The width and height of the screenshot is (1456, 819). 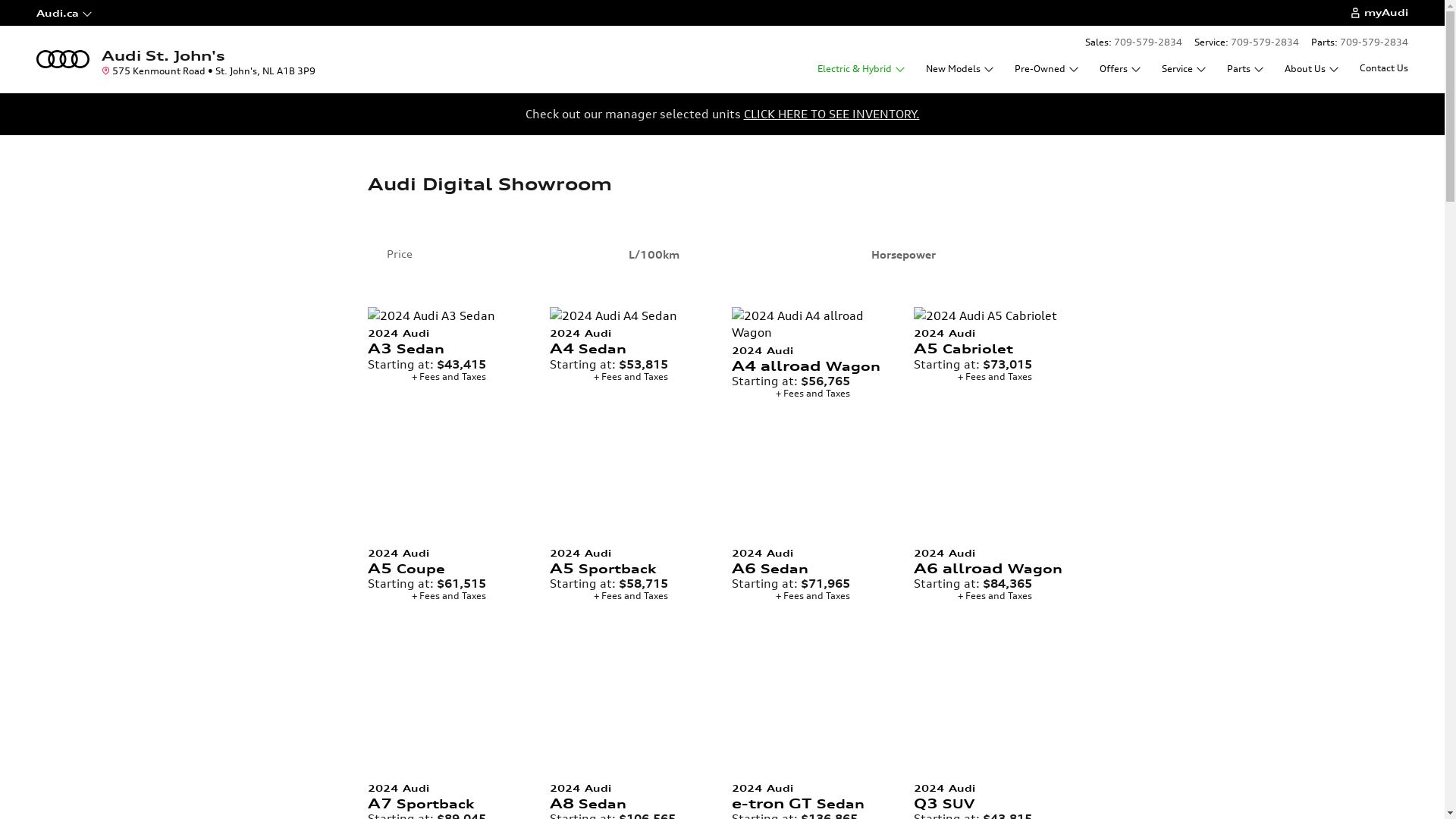 What do you see at coordinates (623, 793) in the screenshot?
I see `'2024 Audi A8 Sedan'` at bounding box center [623, 793].